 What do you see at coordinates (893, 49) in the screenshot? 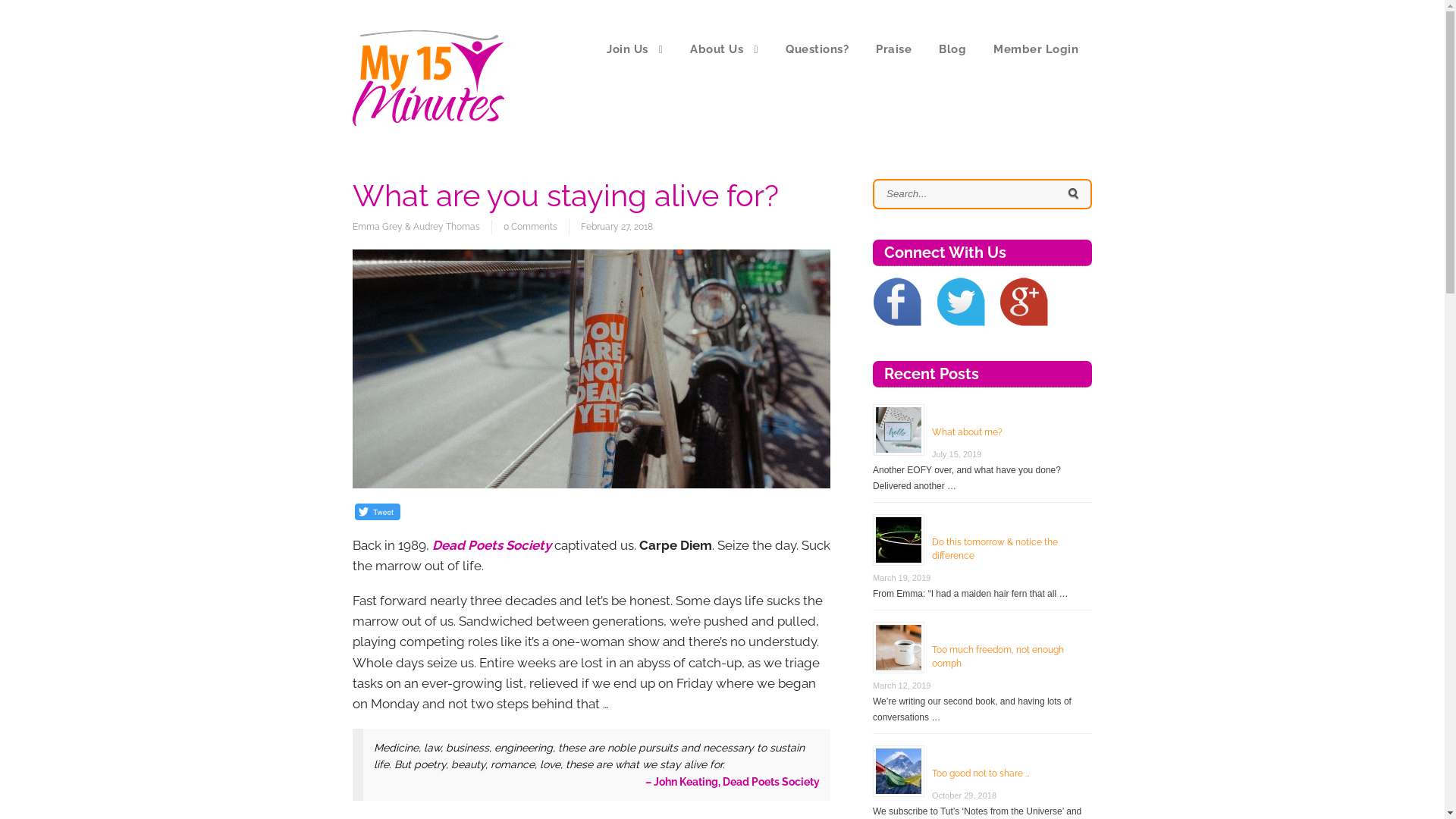
I see `'Praise'` at bounding box center [893, 49].